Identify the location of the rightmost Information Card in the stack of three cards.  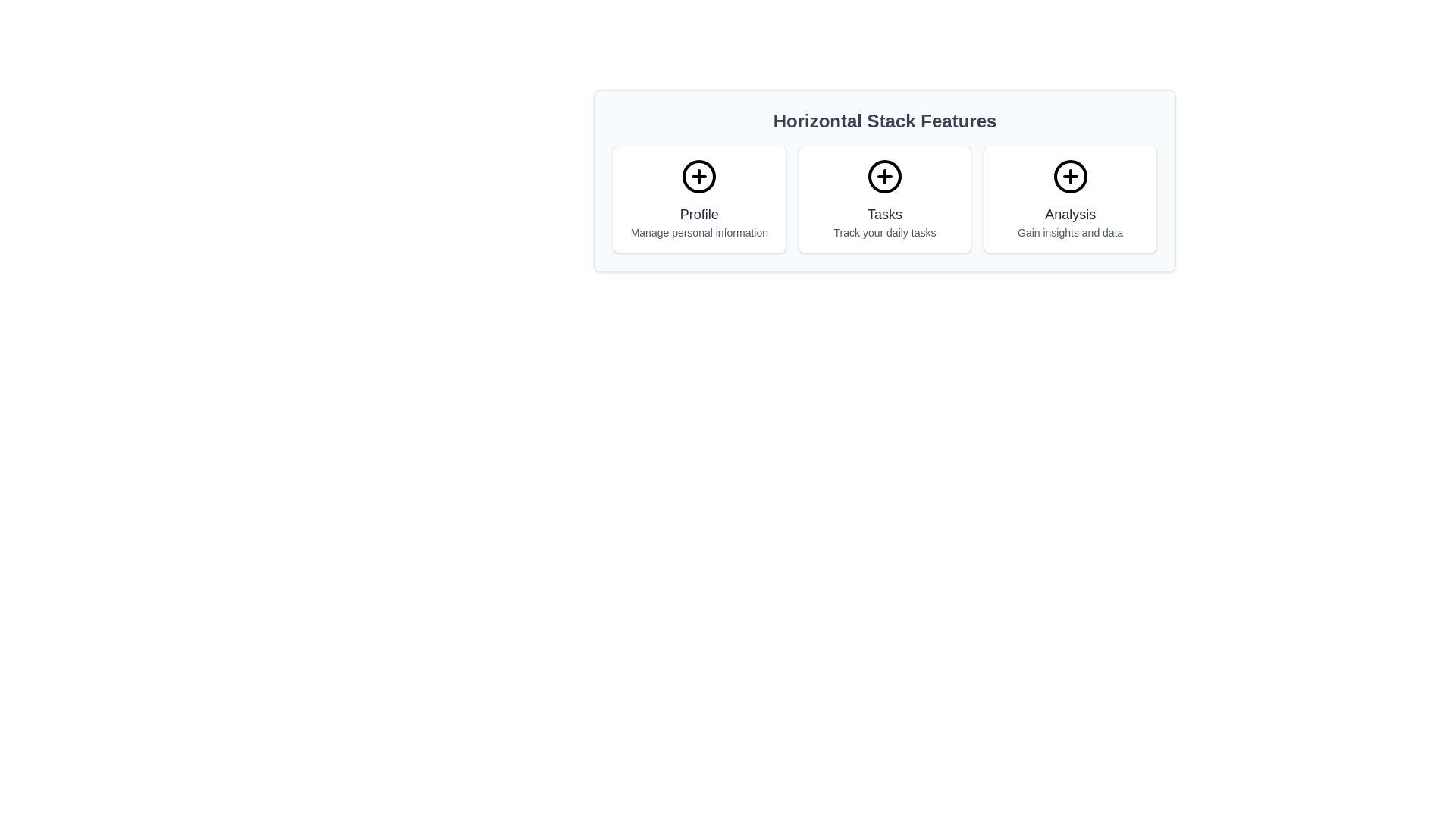
(1069, 198).